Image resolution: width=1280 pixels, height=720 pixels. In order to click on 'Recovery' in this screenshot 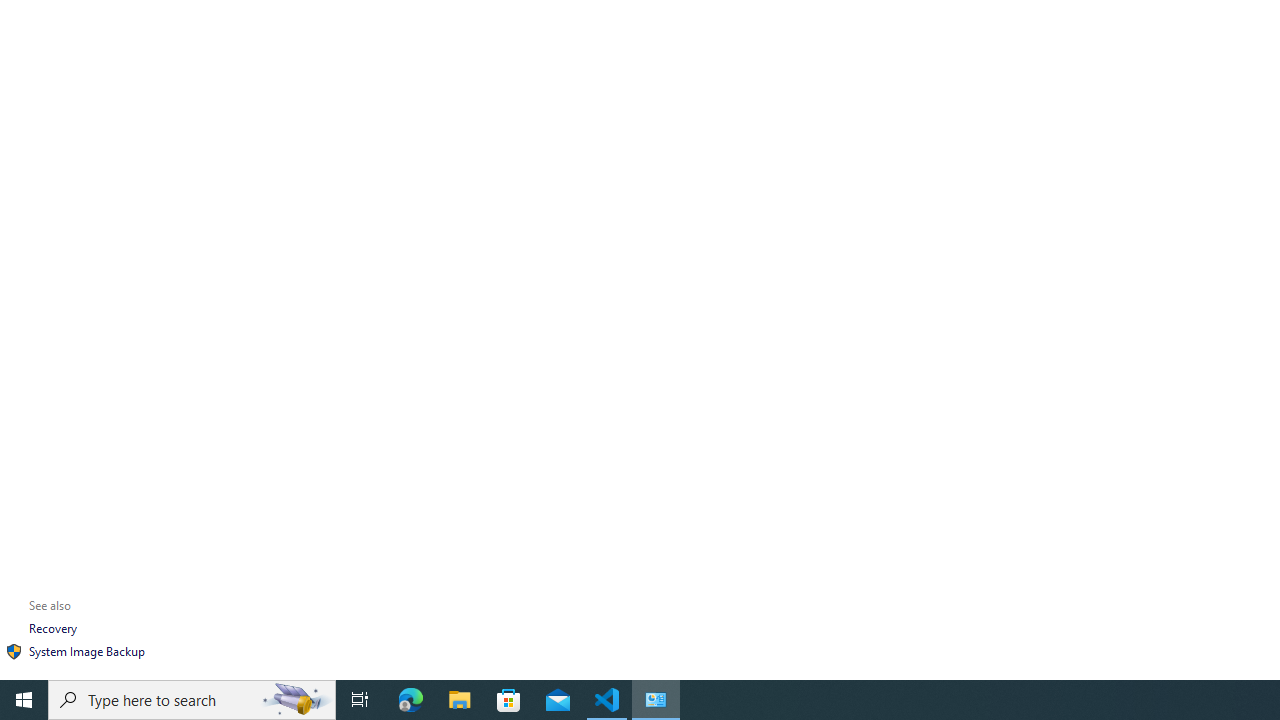, I will do `click(53, 627)`.